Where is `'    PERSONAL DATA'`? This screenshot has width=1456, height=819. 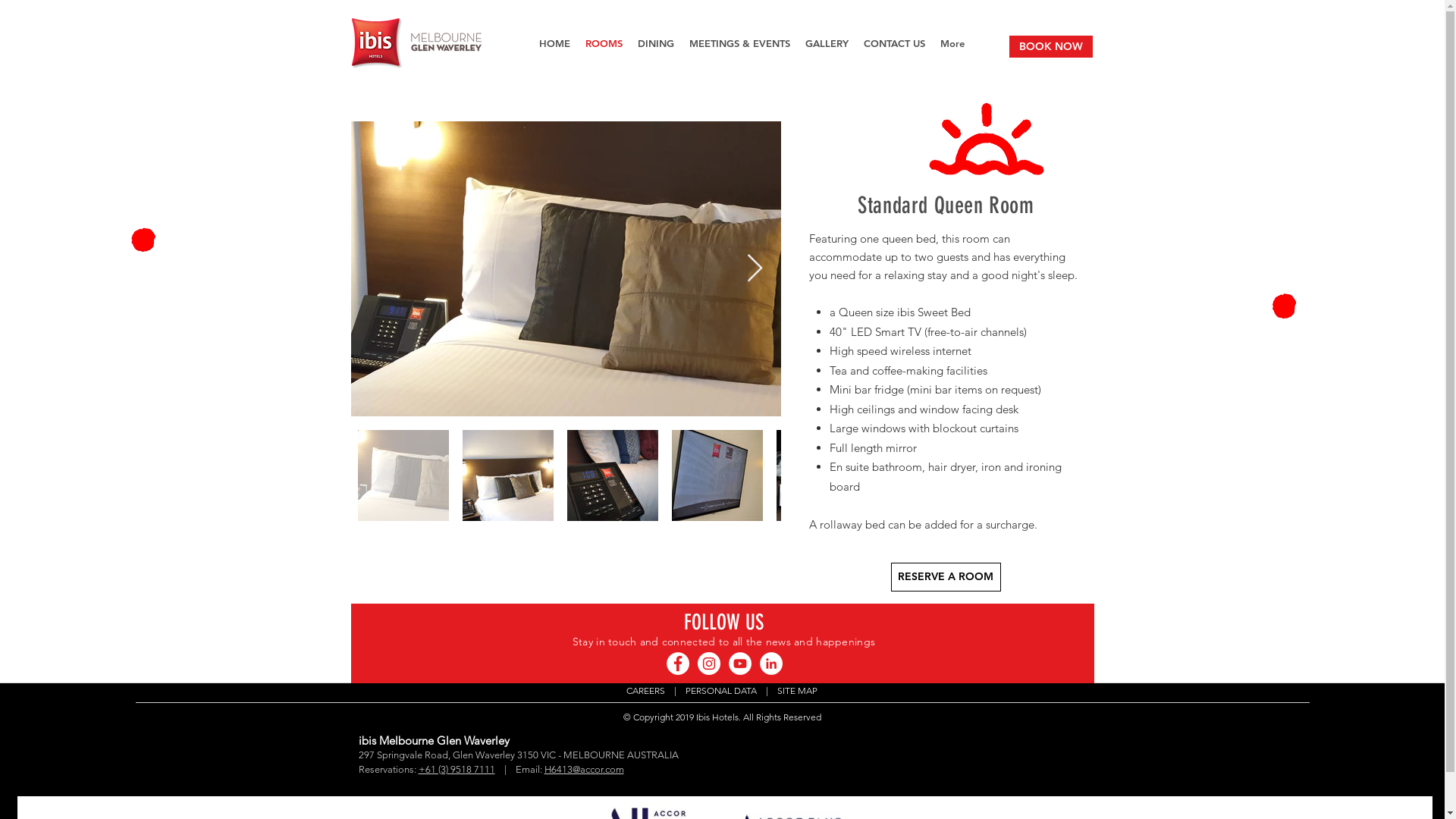
'    PERSONAL DATA' is located at coordinates (716, 690).